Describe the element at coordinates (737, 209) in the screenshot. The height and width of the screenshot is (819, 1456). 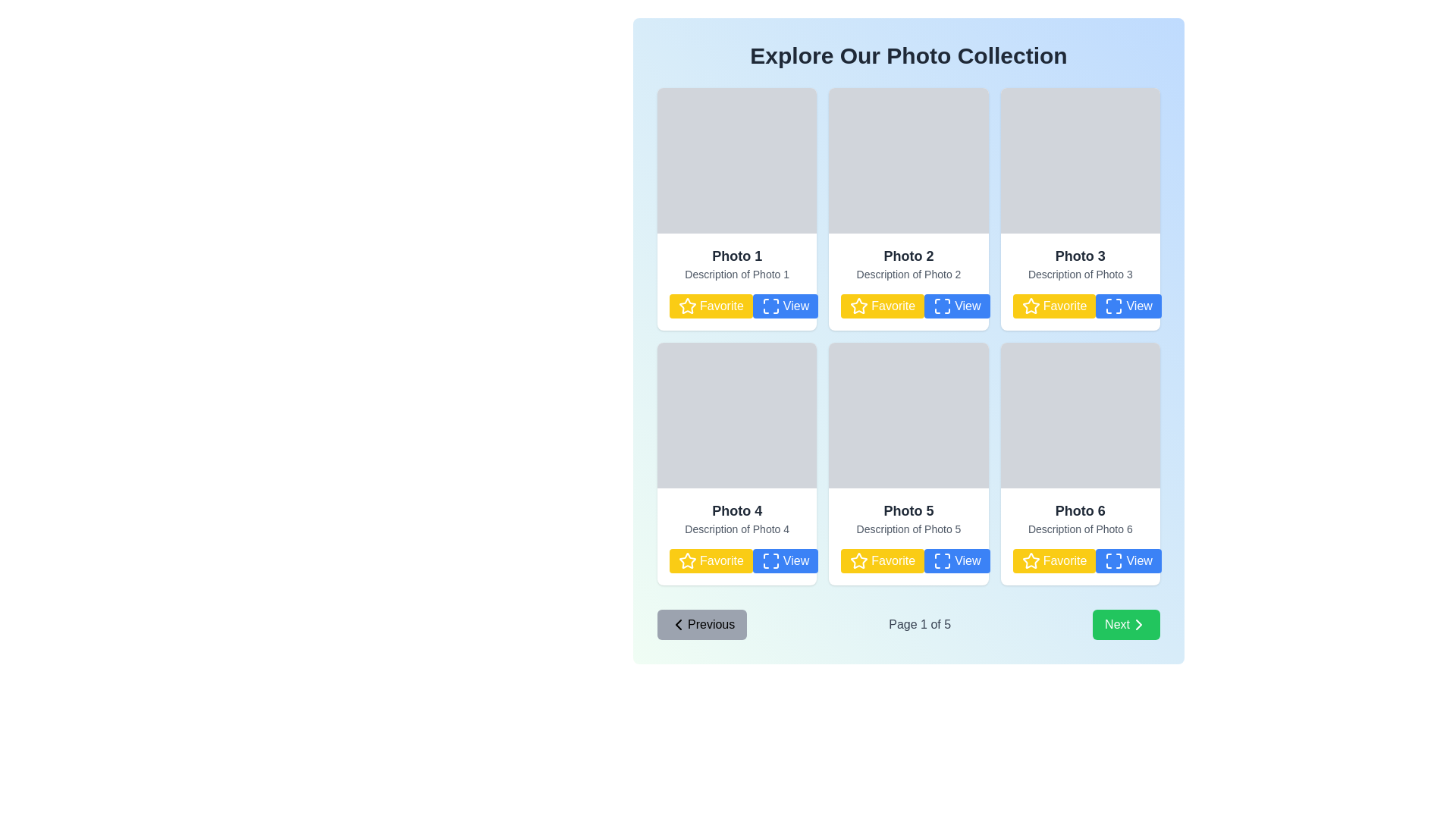
I see `the first card in the grid layout which contains a photograph, title, description, and action buttons` at that location.